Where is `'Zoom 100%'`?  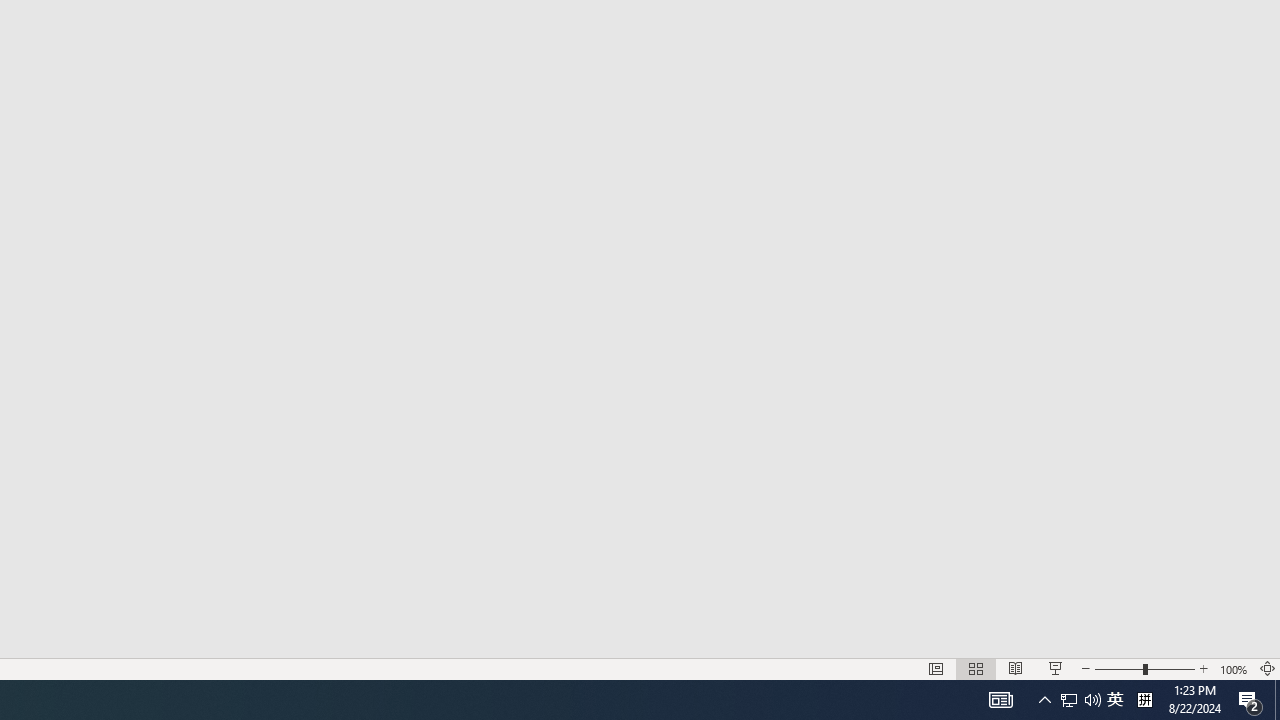
'Zoom 100%' is located at coordinates (1233, 669).